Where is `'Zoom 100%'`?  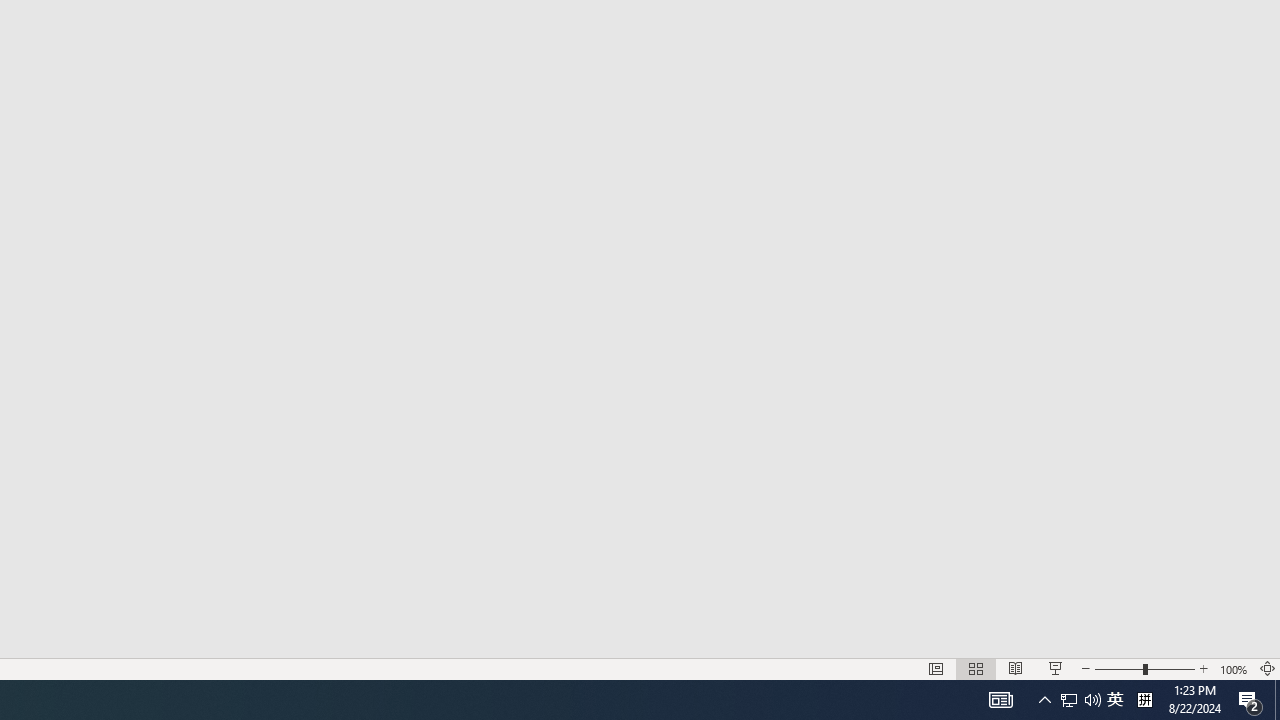
'Zoom 100%' is located at coordinates (1233, 669).